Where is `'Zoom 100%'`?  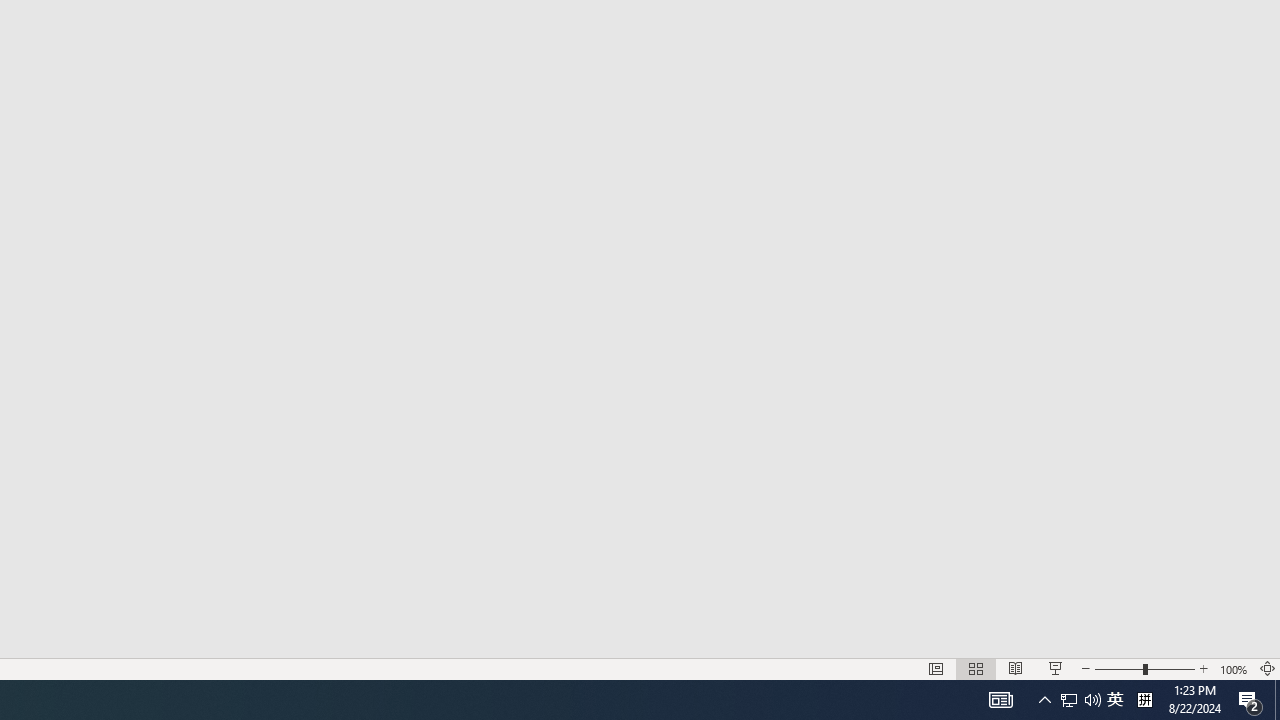
'Zoom 100%' is located at coordinates (1233, 669).